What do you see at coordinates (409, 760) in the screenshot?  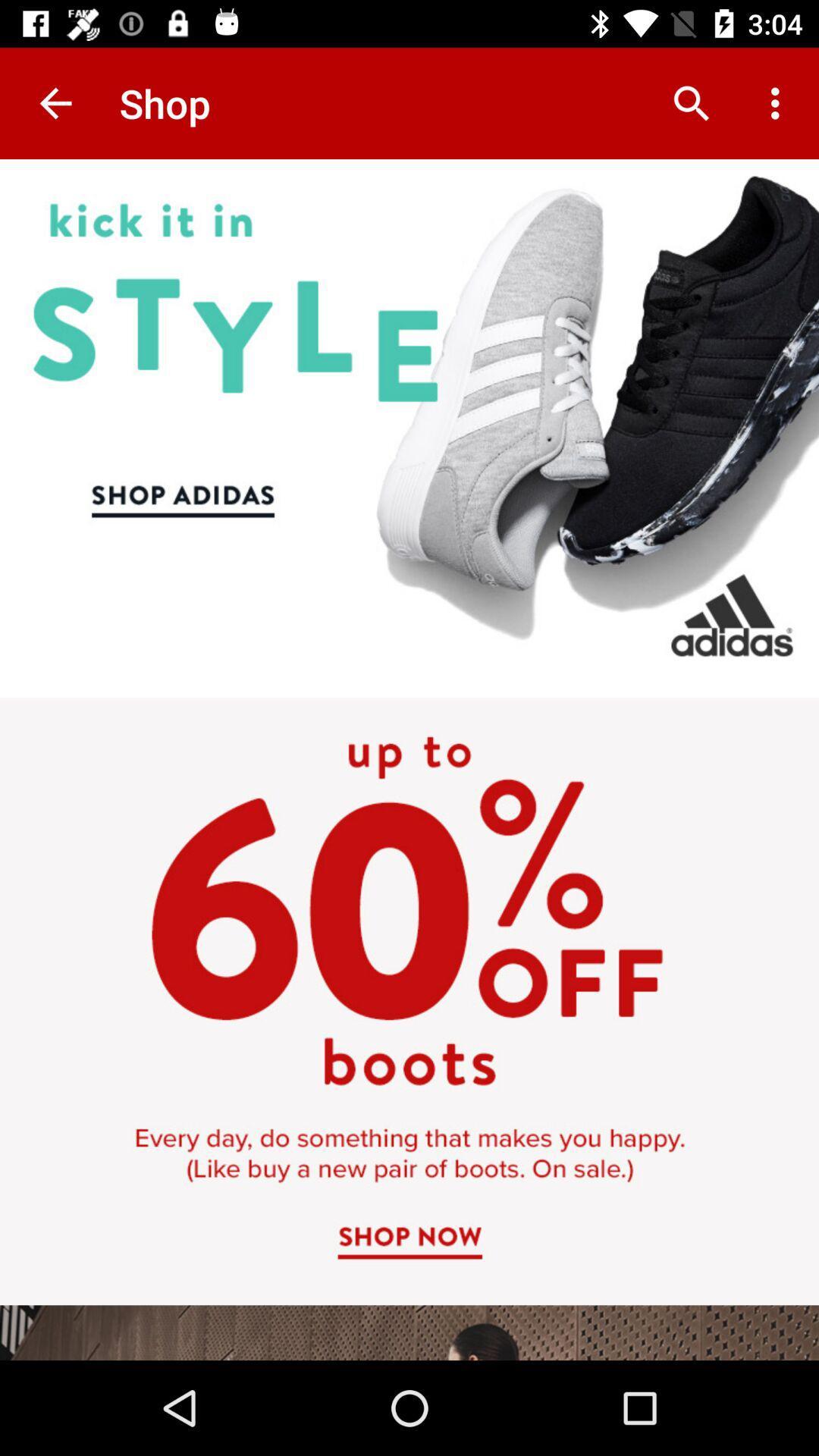 I see `advertisement area` at bounding box center [409, 760].